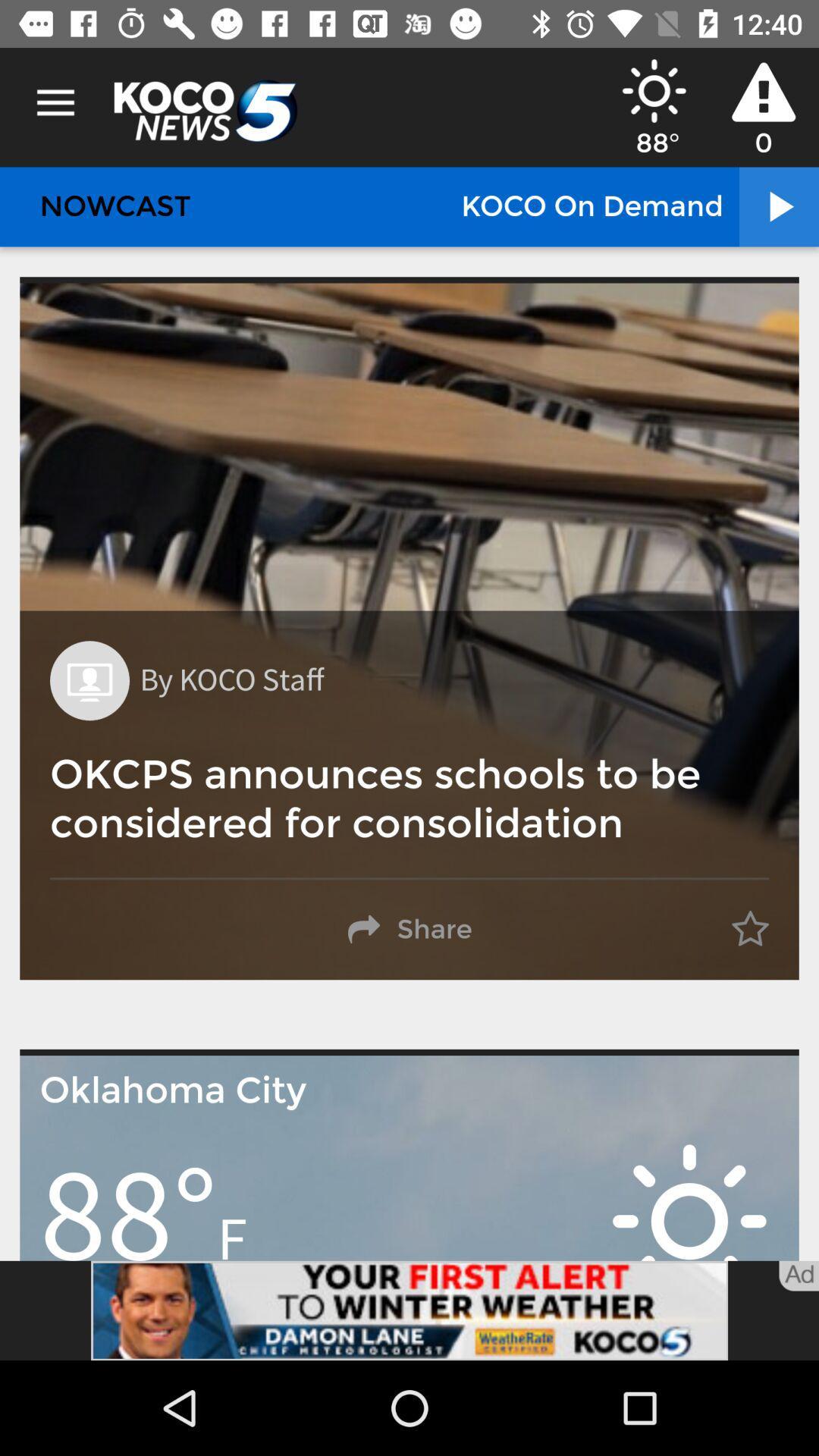  I want to click on the menu icon, so click(55, 102).